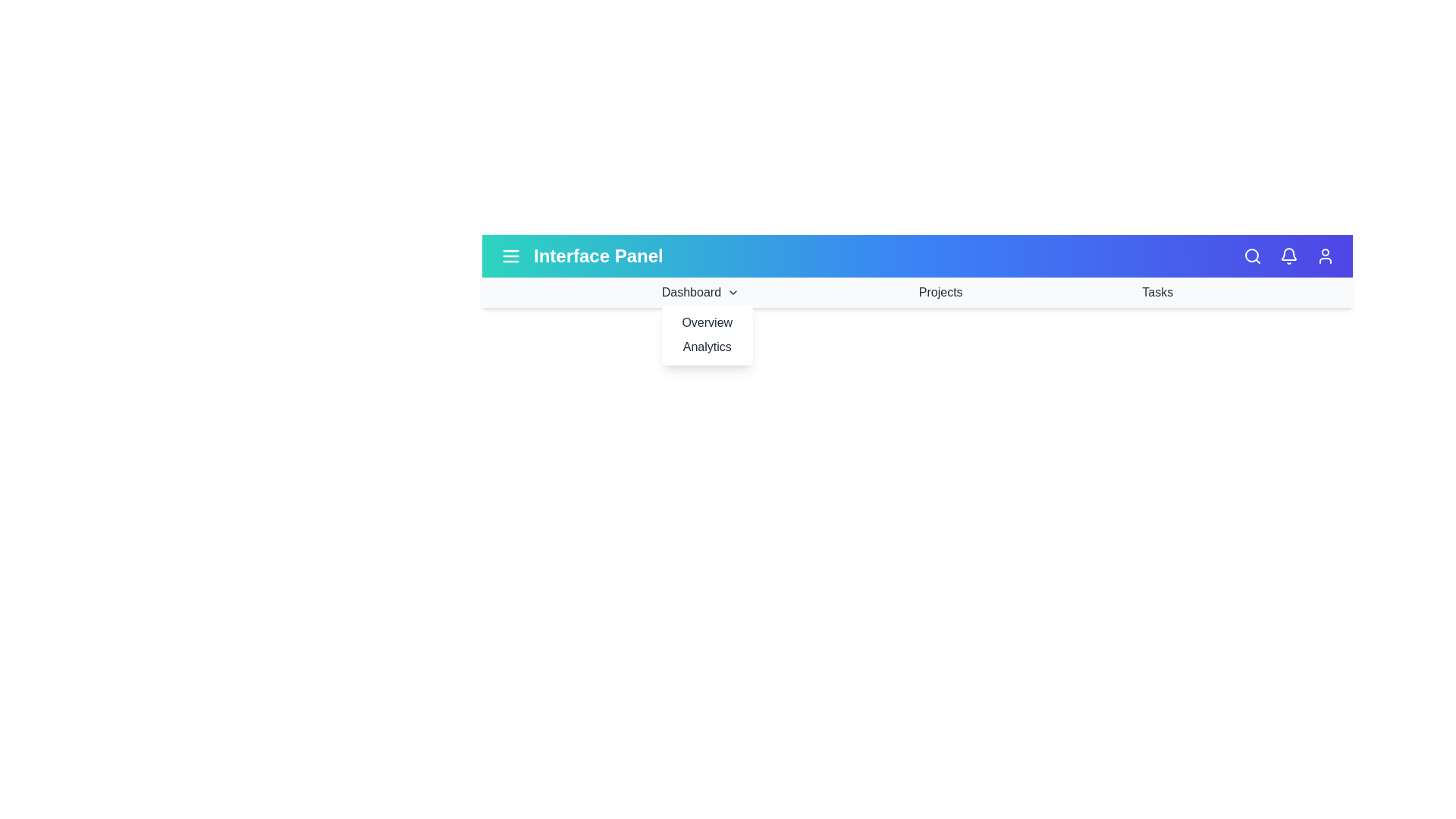  Describe the element at coordinates (940, 292) in the screenshot. I see `the 'Projects' menu item in the navigation bar` at that location.